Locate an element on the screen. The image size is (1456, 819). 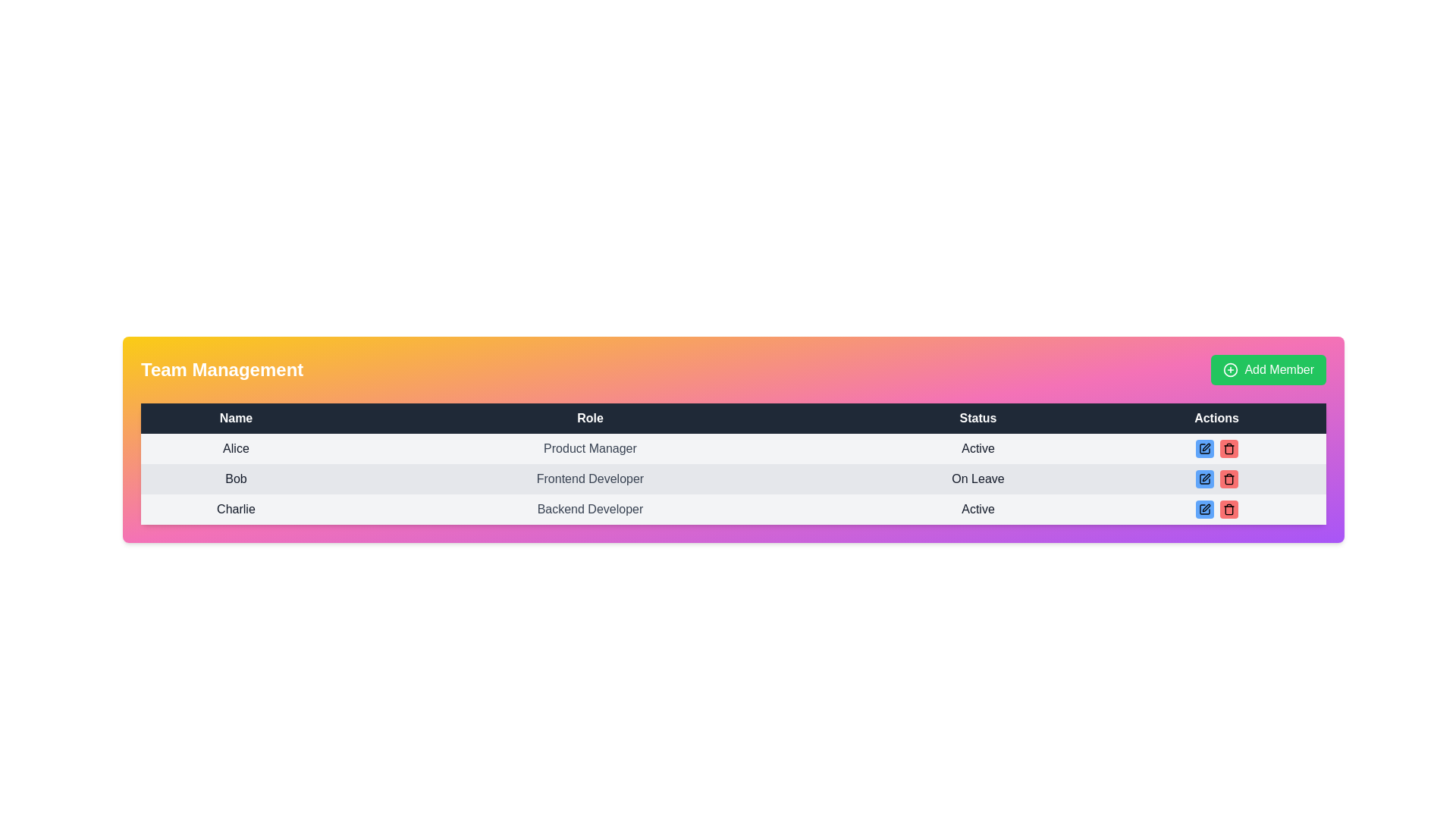
the edit icon button in the Actions column of the user management table for the second user, 'Bob' is located at coordinates (1203, 509).